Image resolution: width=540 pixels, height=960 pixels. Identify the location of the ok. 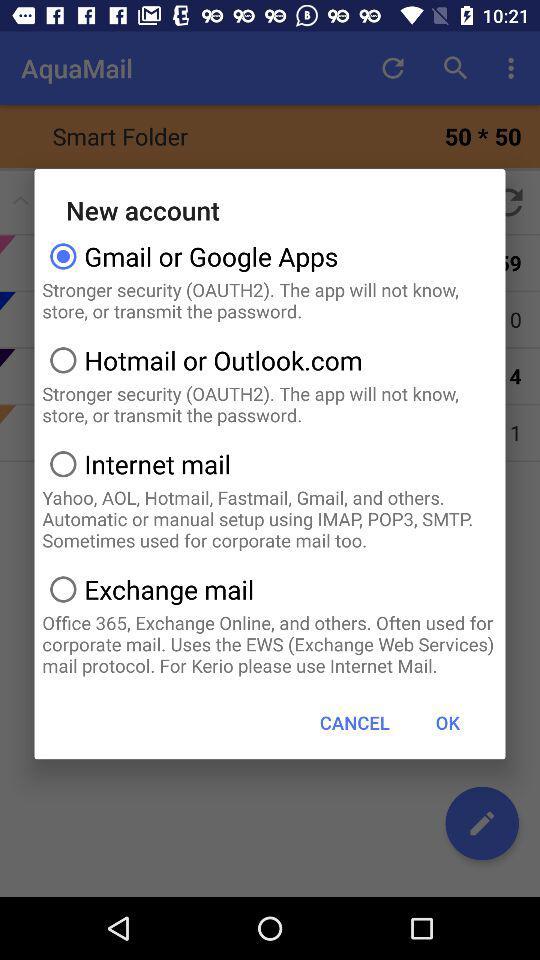
(447, 721).